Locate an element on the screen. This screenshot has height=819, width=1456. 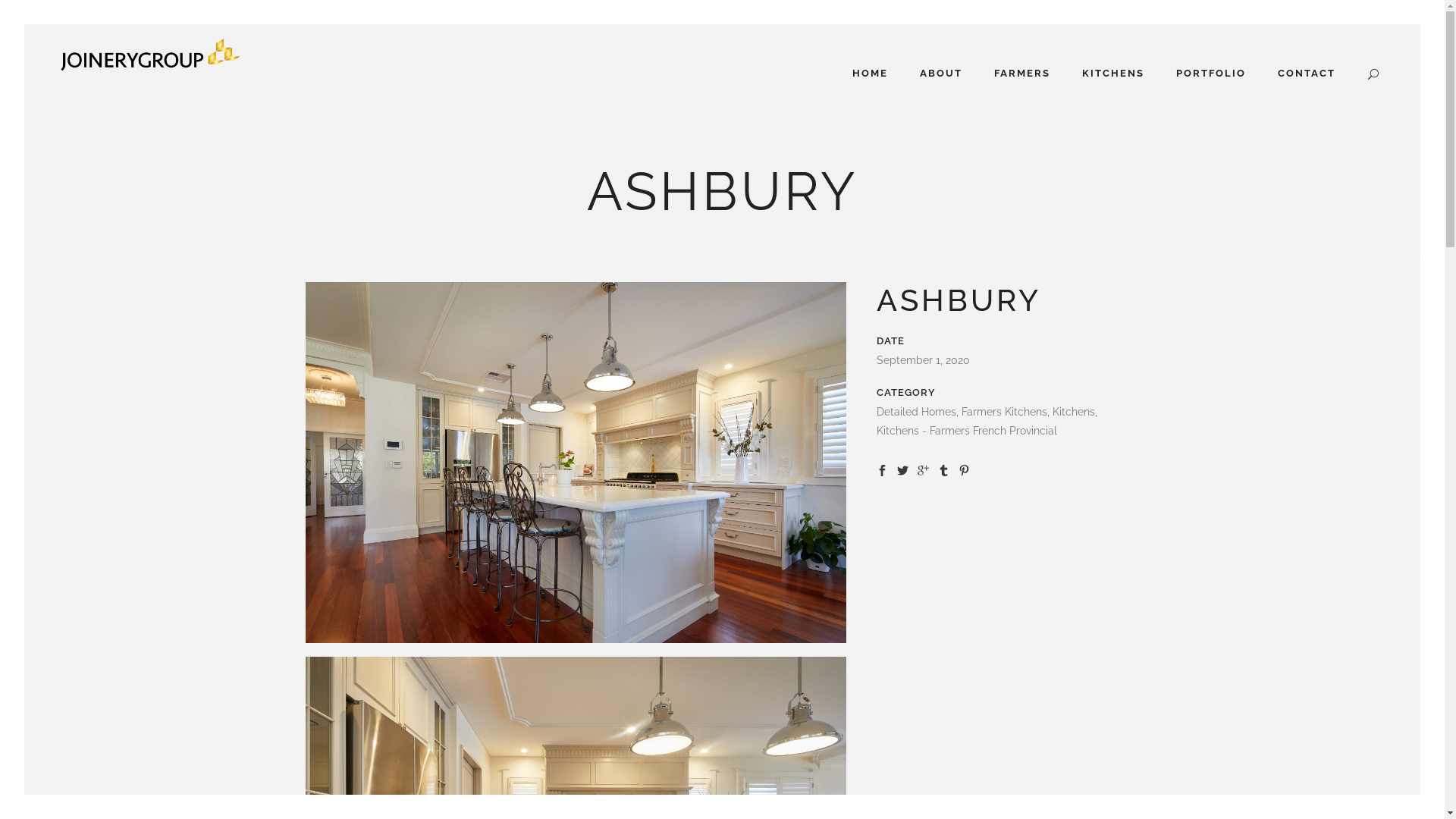
'U' is located at coordinates (979, 411).